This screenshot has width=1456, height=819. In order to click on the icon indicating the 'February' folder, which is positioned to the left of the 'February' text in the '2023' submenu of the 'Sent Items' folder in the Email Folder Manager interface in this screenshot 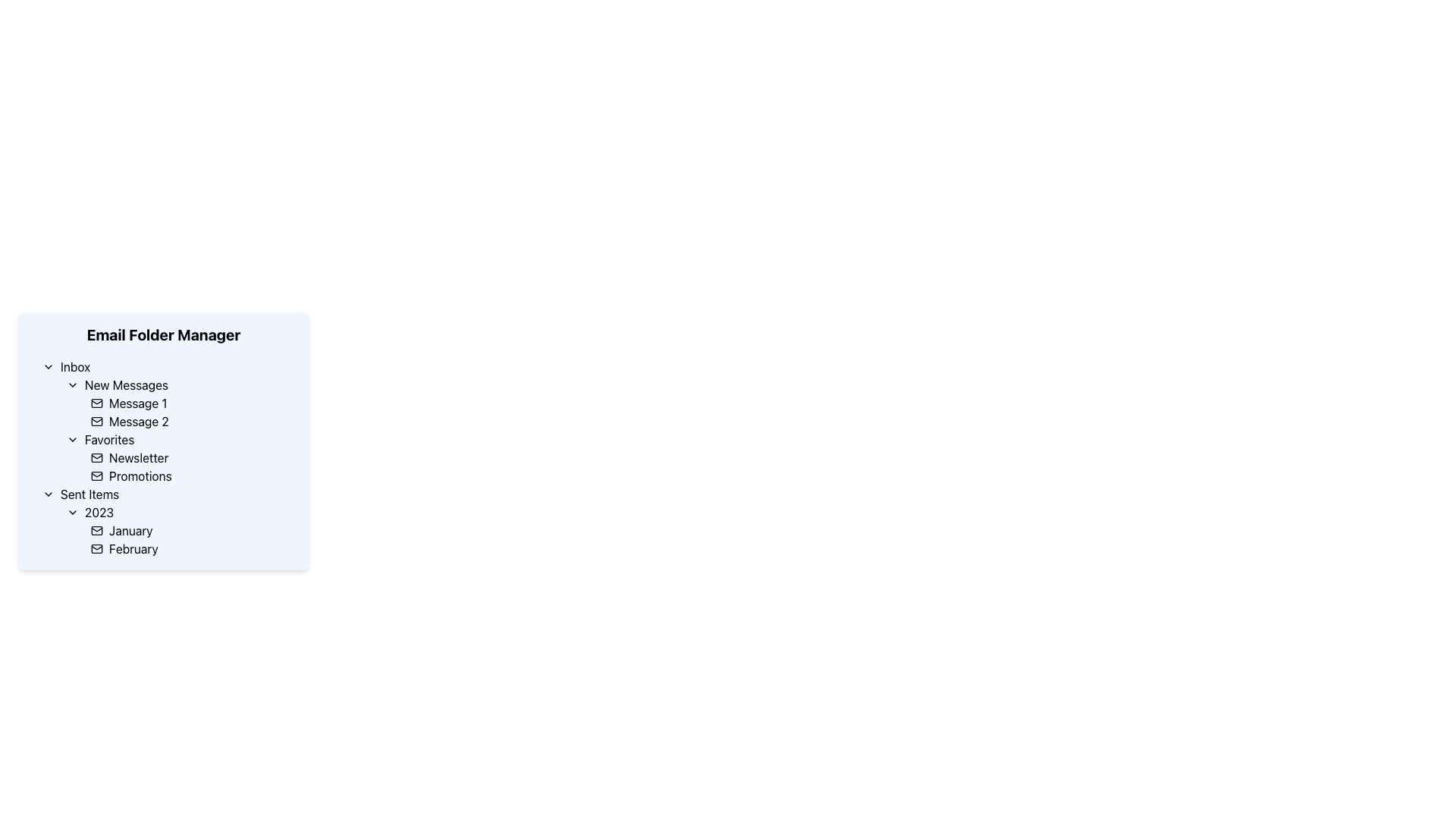, I will do `click(96, 549)`.